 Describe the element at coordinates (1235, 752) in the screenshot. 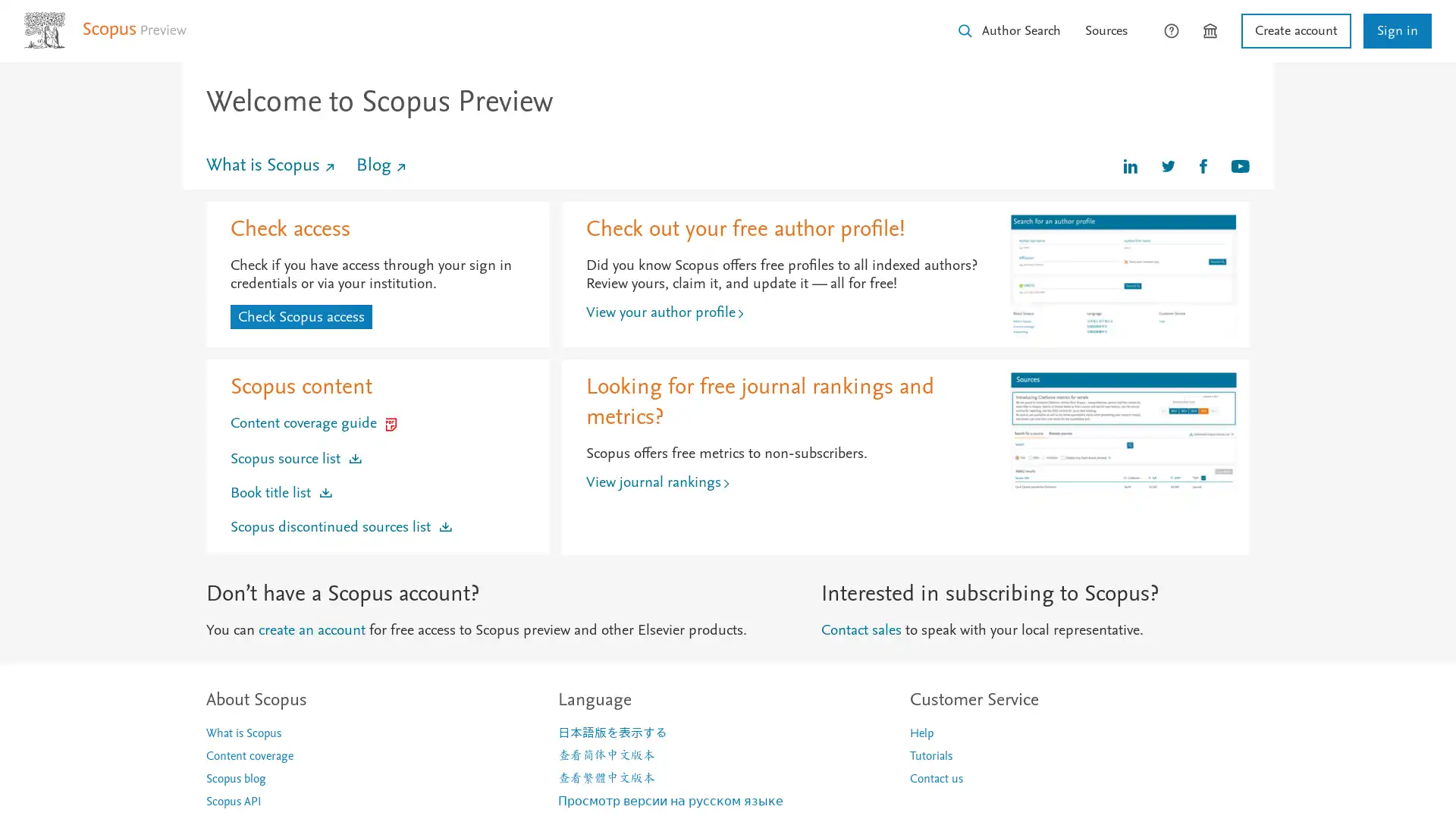

I see `Maybe later` at that location.